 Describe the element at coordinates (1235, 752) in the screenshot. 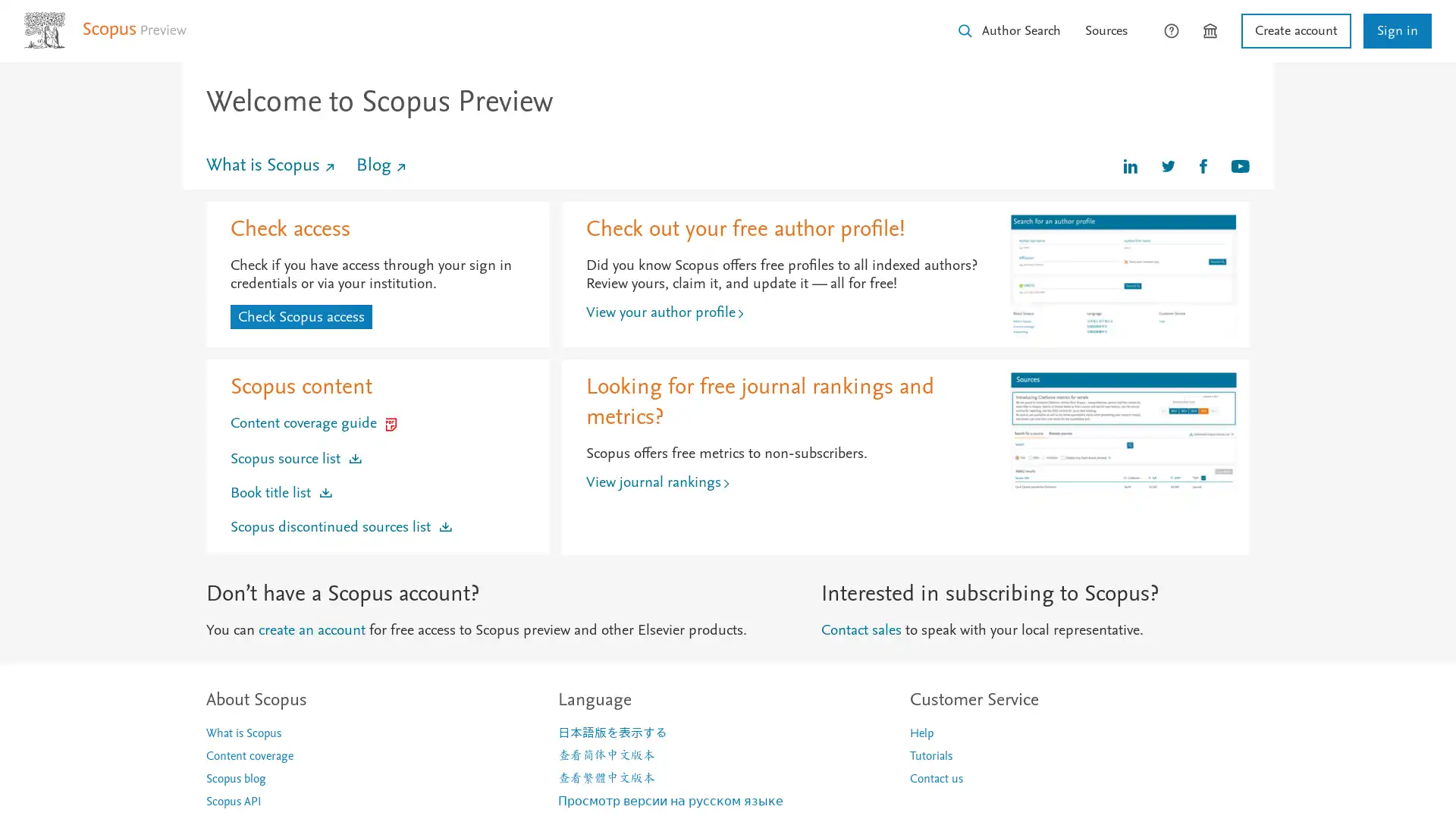

I see `Maybe later` at that location.